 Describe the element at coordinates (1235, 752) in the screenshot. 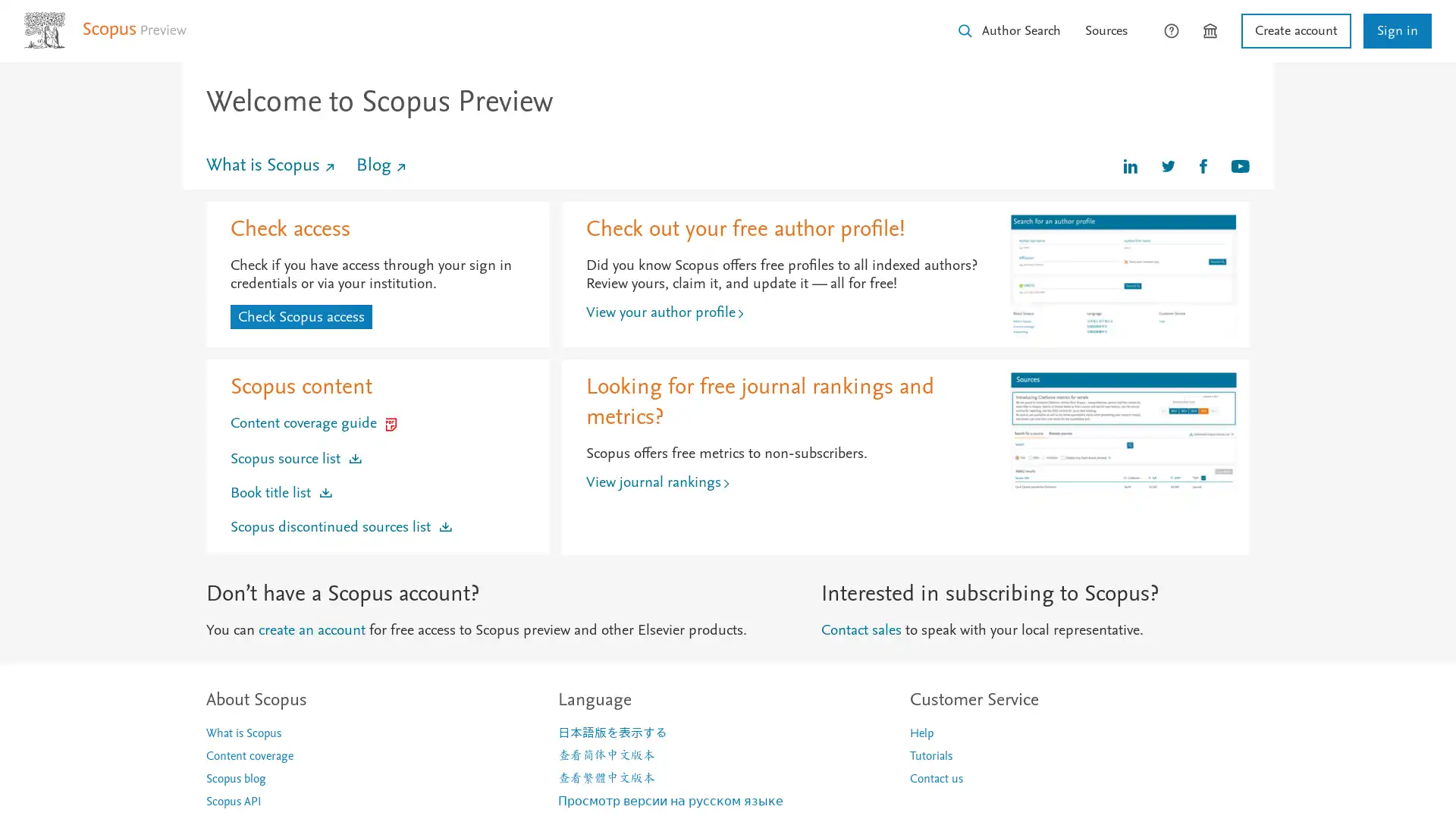

I see `Maybe later` at that location.